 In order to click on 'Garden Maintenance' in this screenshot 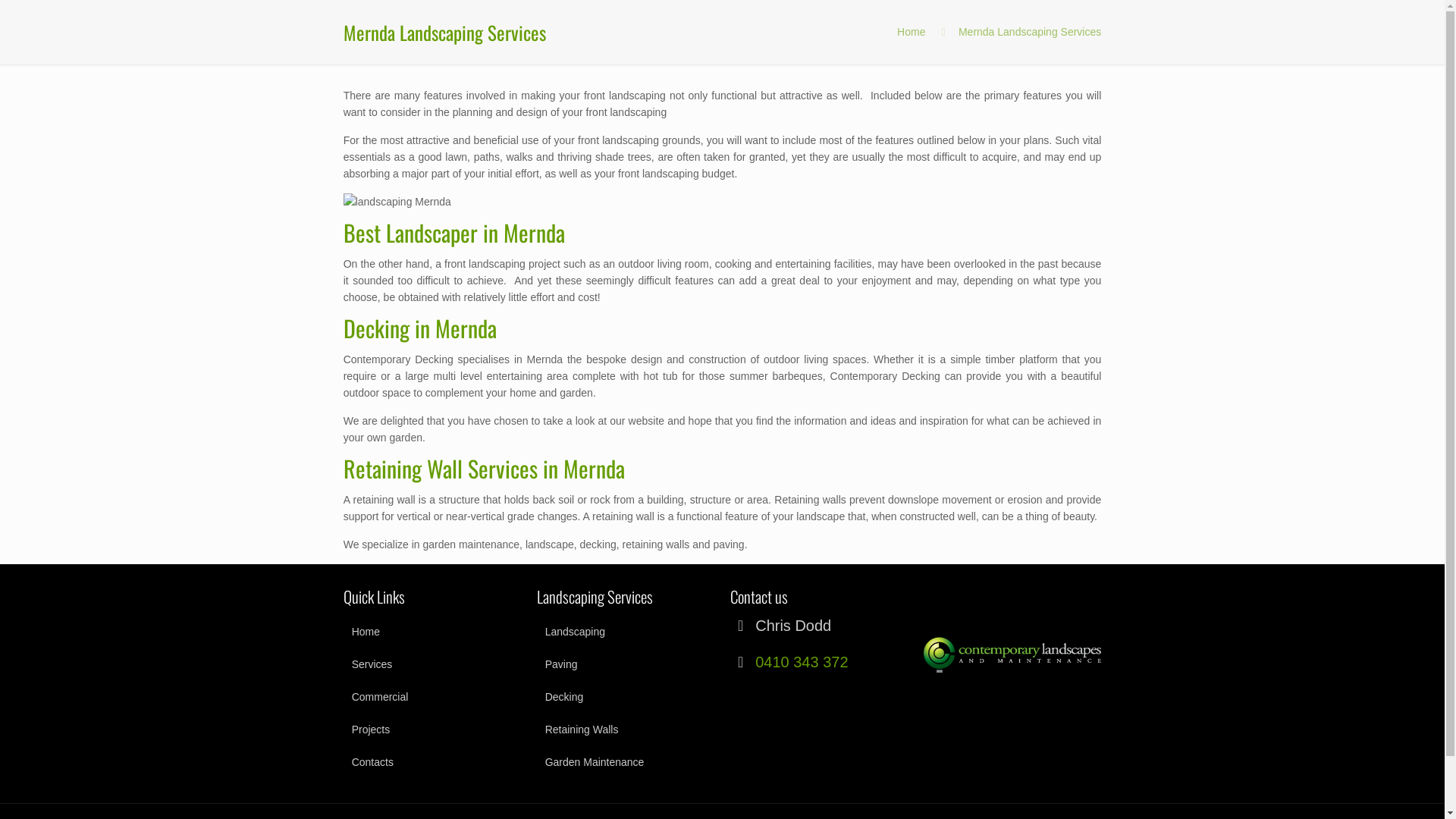, I will do `click(626, 762)`.